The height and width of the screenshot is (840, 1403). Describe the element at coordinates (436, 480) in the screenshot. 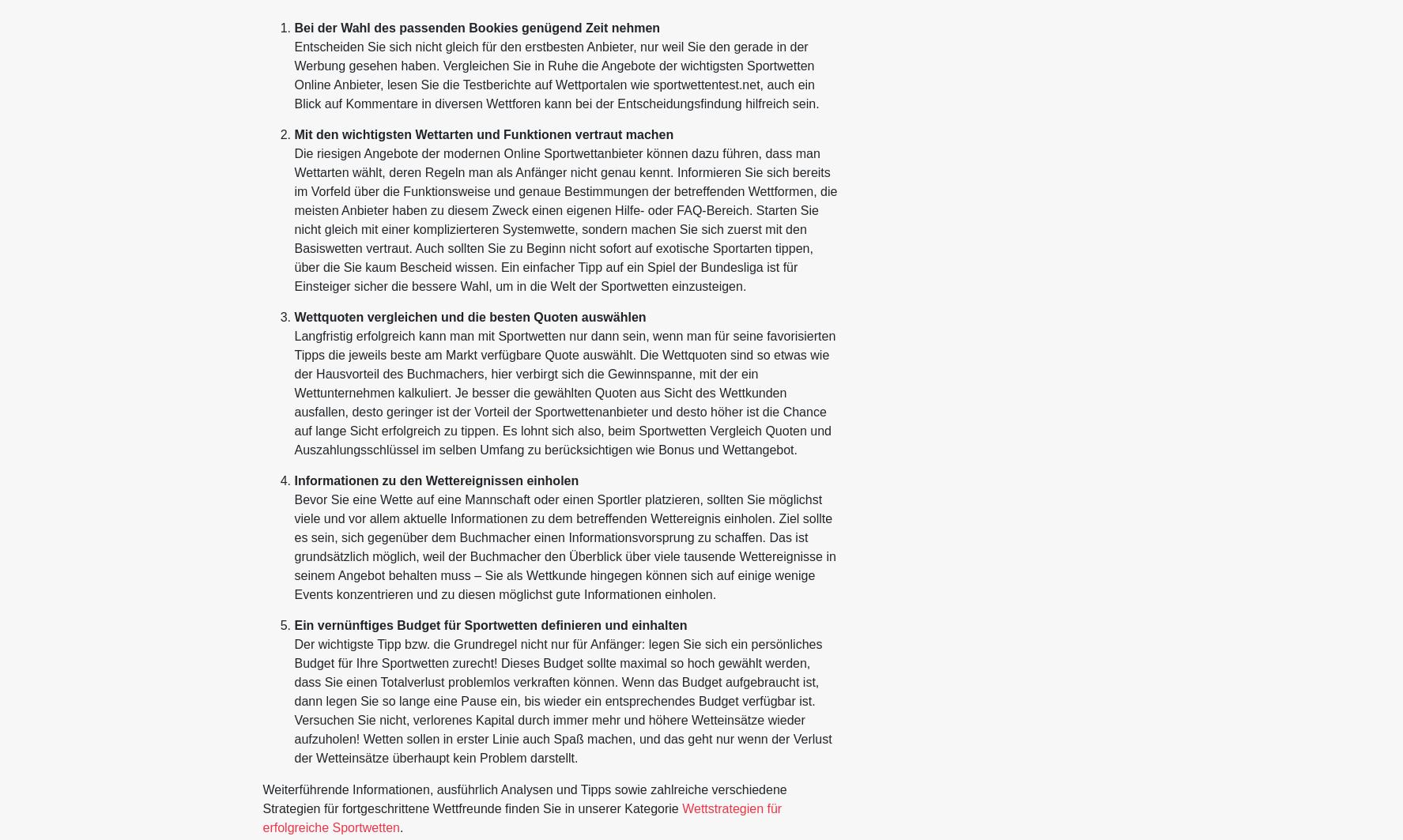

I see `'Informationen zu den Wettereignissen einholen'` at that location.